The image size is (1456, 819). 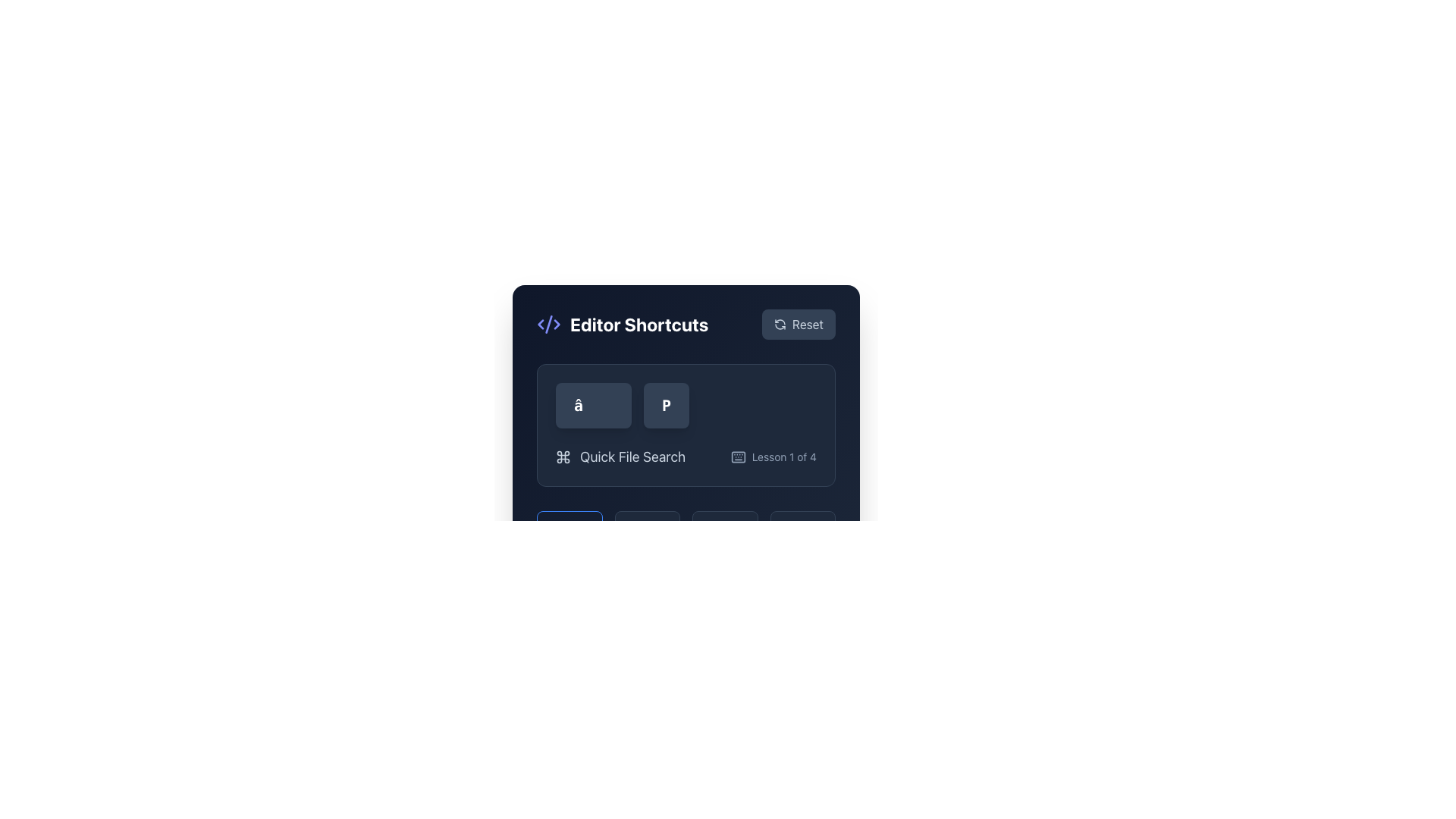 I want to click on Text Label with an Icon, which is the first label in a horizontal group indicating a feature related to quick file searching, so click(x=620, y=456).